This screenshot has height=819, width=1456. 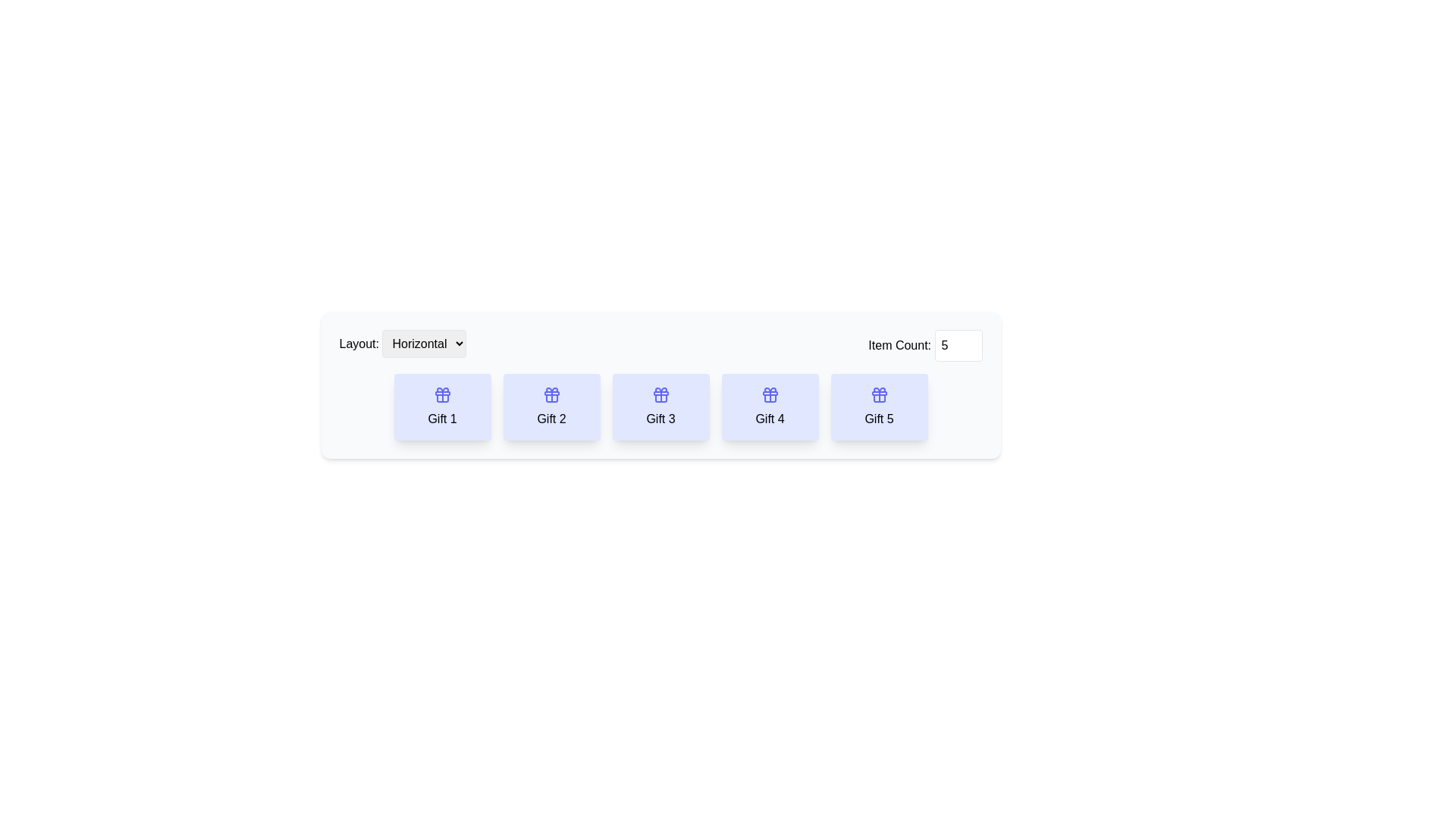 What do you see at coordinates (770, 394) in the screenshot?
I see `the gift icon labeled 'Gift 4'` at bounding box center [770, 394].